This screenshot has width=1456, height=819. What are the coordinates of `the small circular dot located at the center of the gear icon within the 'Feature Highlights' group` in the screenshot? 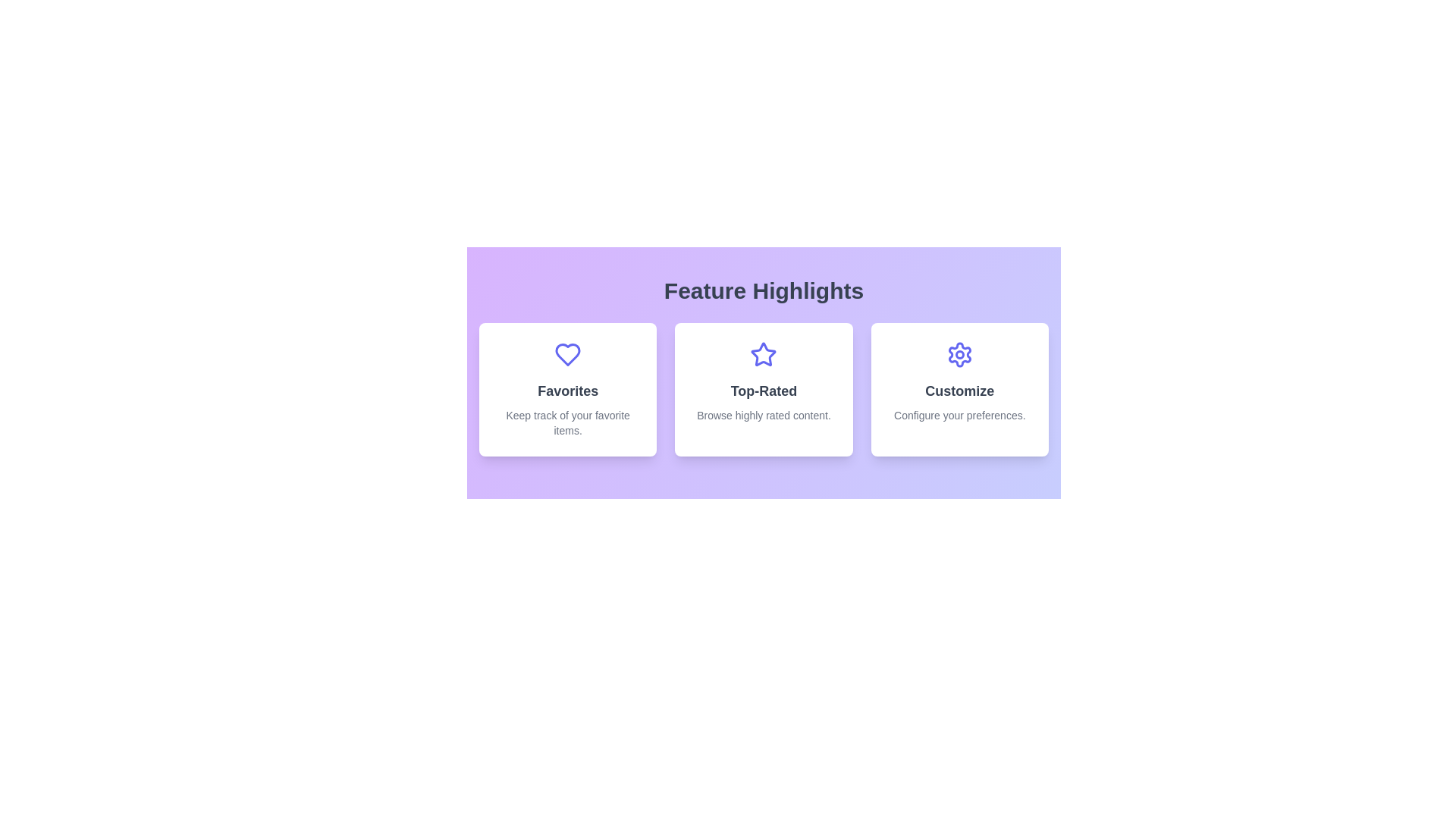 It's located at (959, 354).